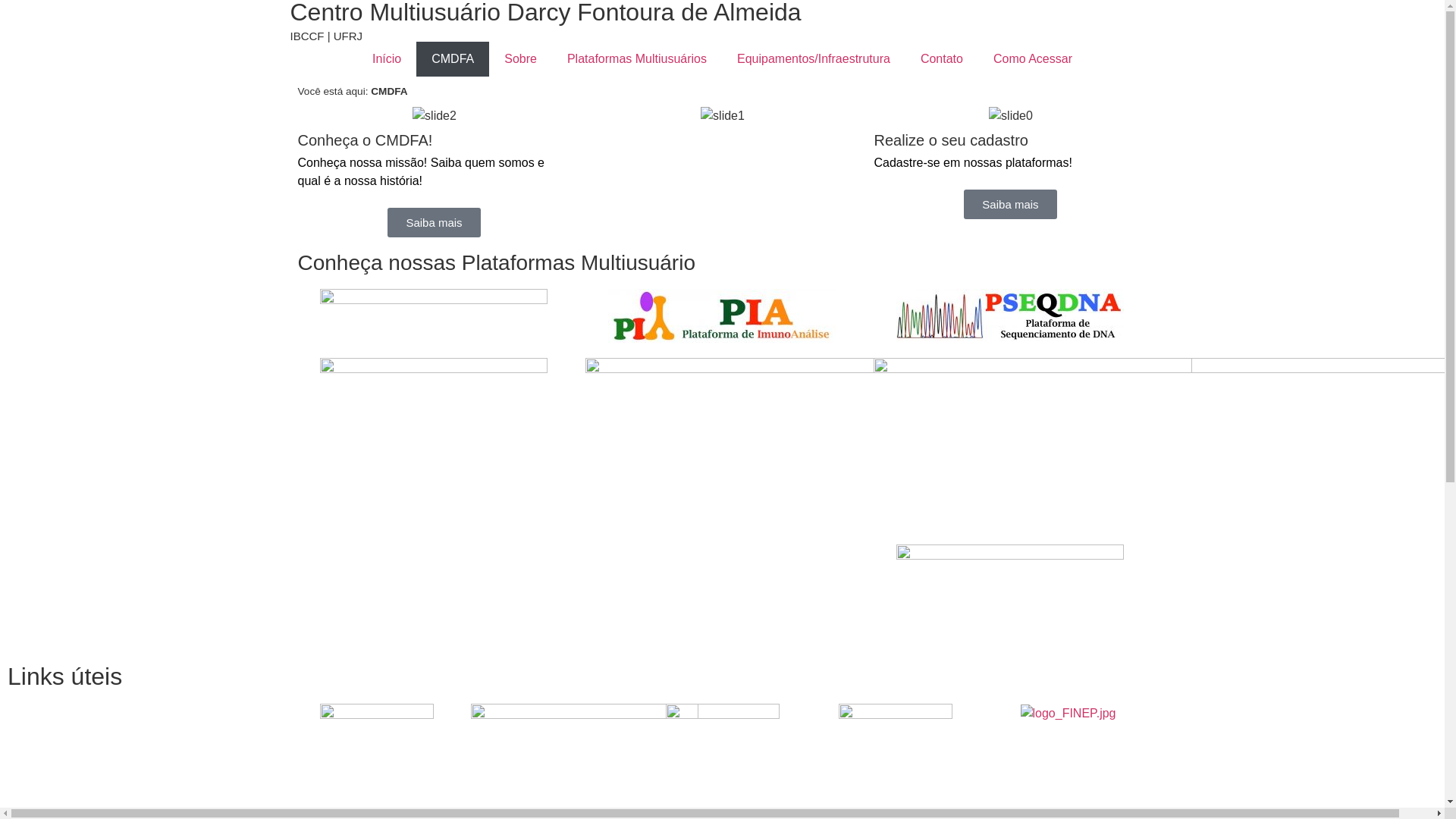  What do you see at coordinates (720, 58) in the screenshot?
I see `'Equipamentos/Infraestrutura'` at bounding box center [720, 58].